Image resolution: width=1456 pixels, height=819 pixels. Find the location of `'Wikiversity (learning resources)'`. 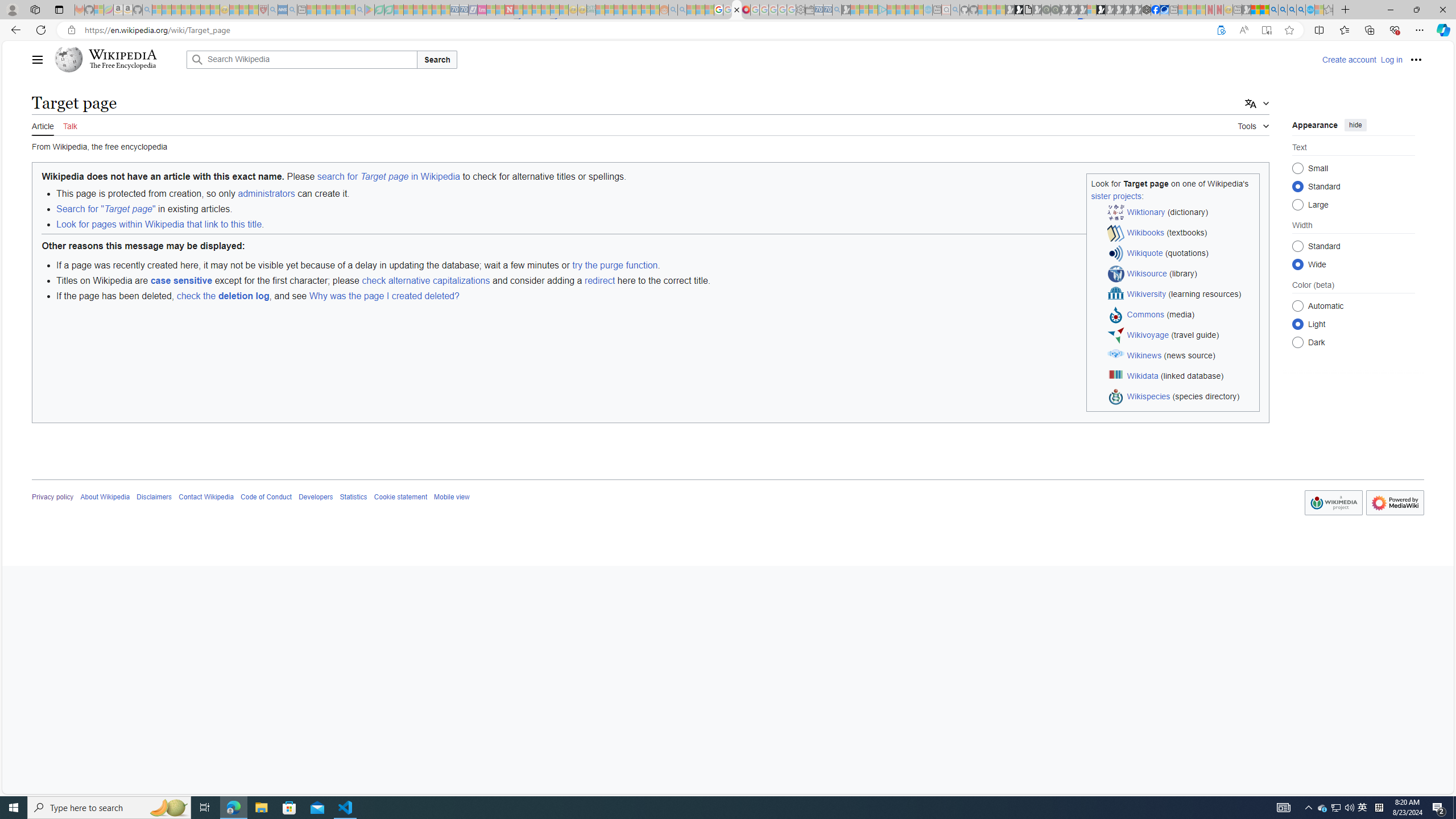

'Wikiversity (learning resources)' is located at coordinates (1181, 294).